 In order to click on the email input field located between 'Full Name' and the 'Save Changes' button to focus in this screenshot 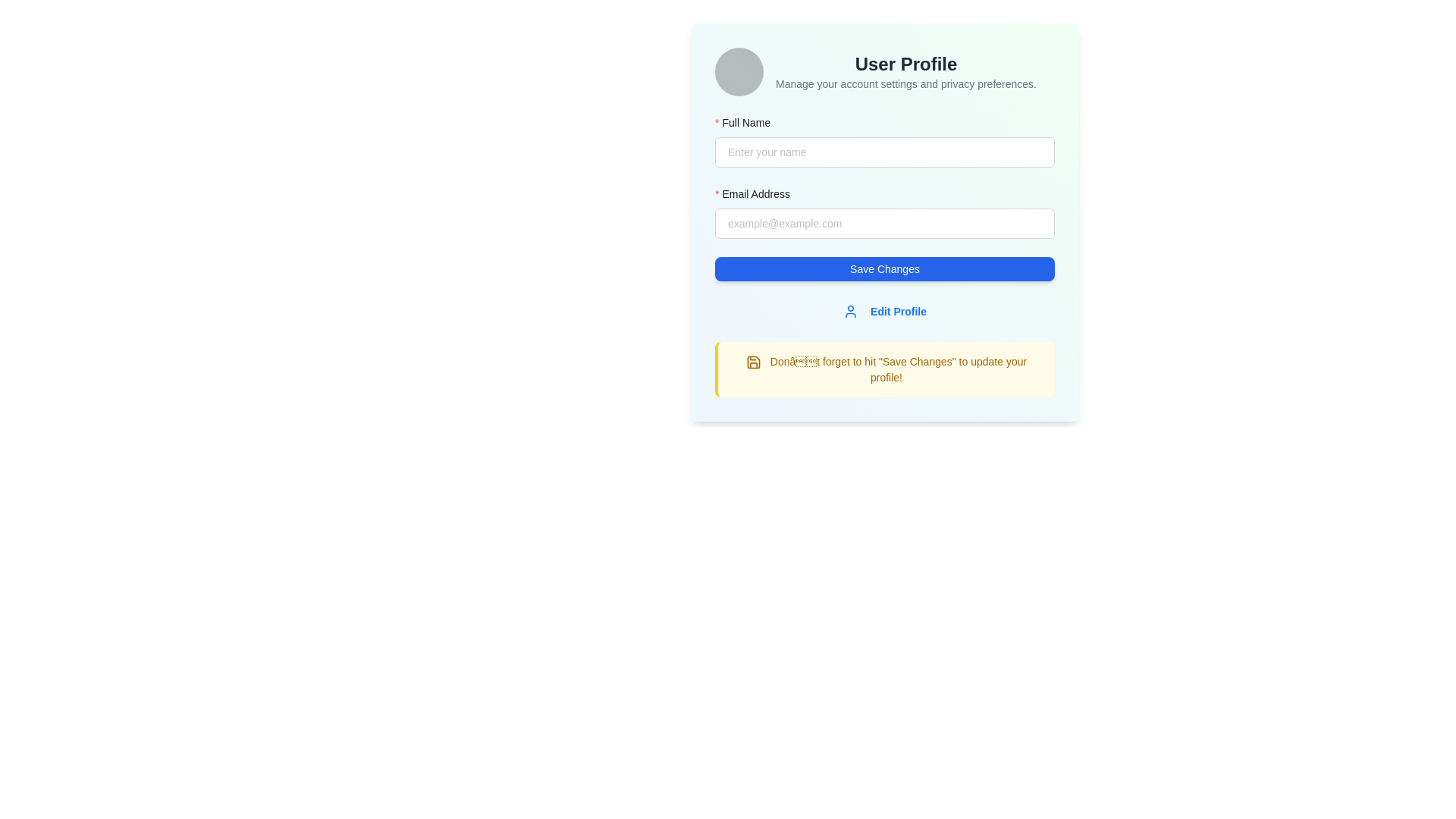, I will do `click(884, 222)`.